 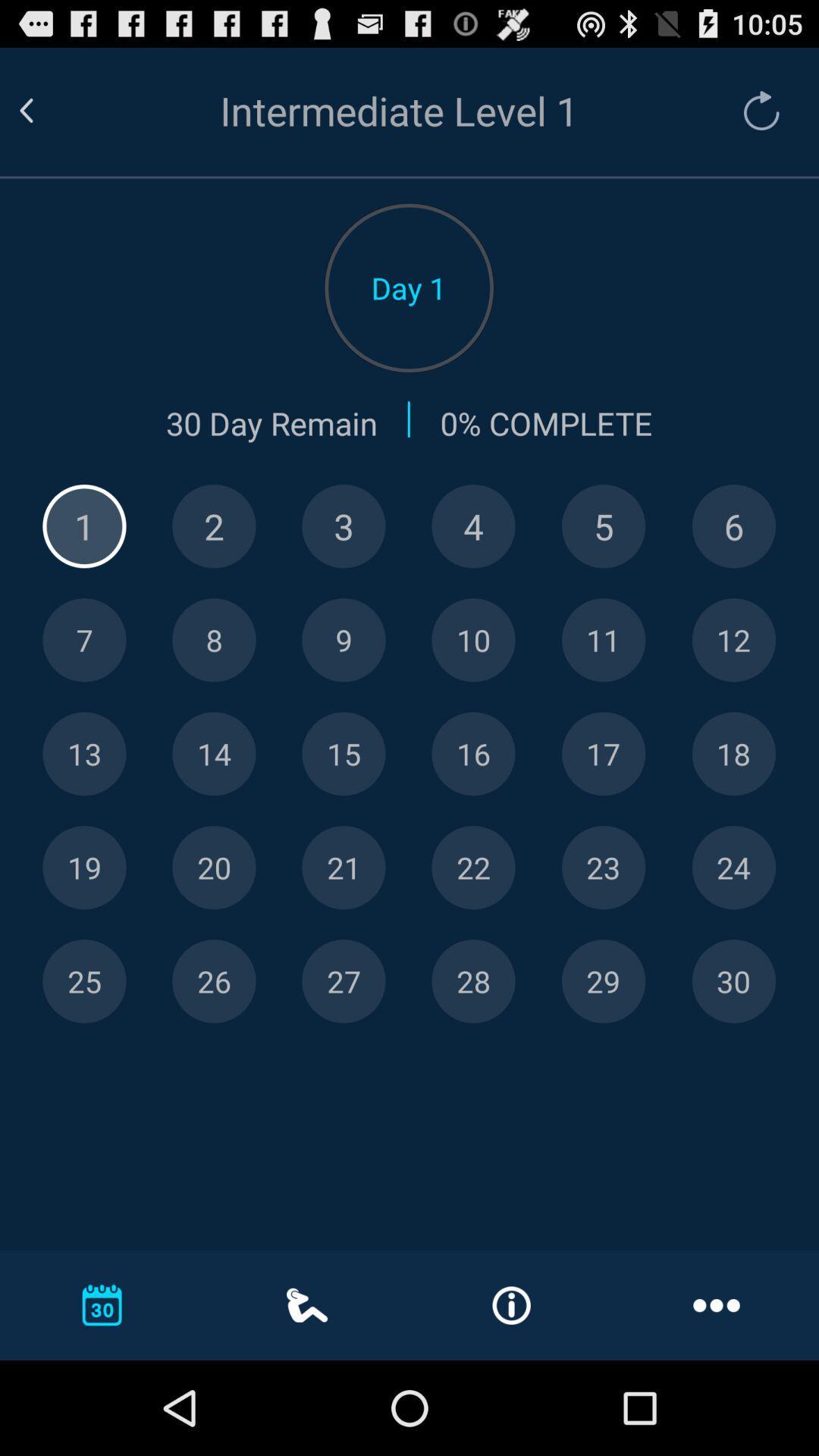 What do you see at coordinates (472, 981) in the screenshot?
I see `day 28` at bounding box center [472, 981].